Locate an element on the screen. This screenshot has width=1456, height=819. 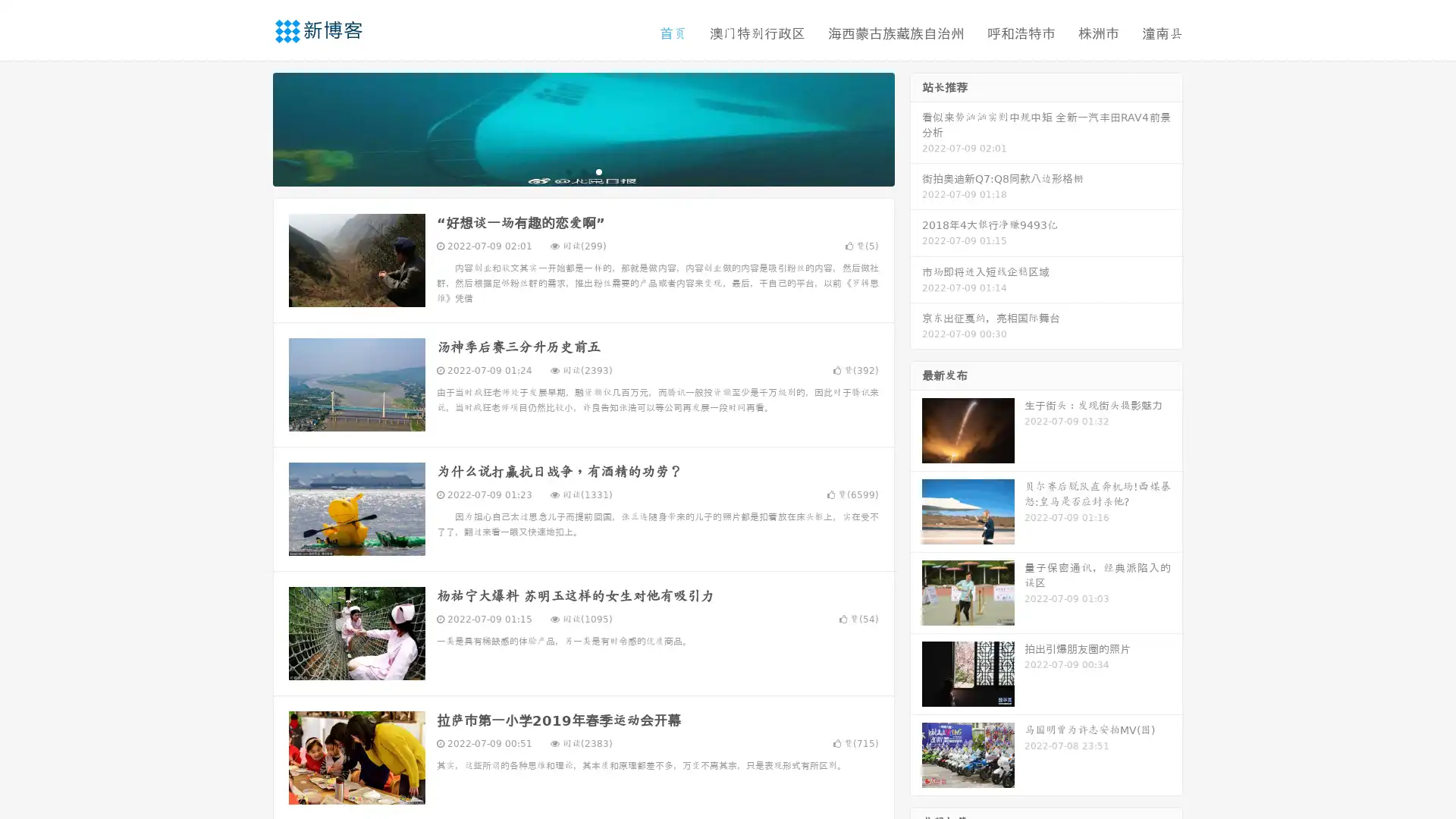
Go to slide 1 is located at coordinates (567, 171).